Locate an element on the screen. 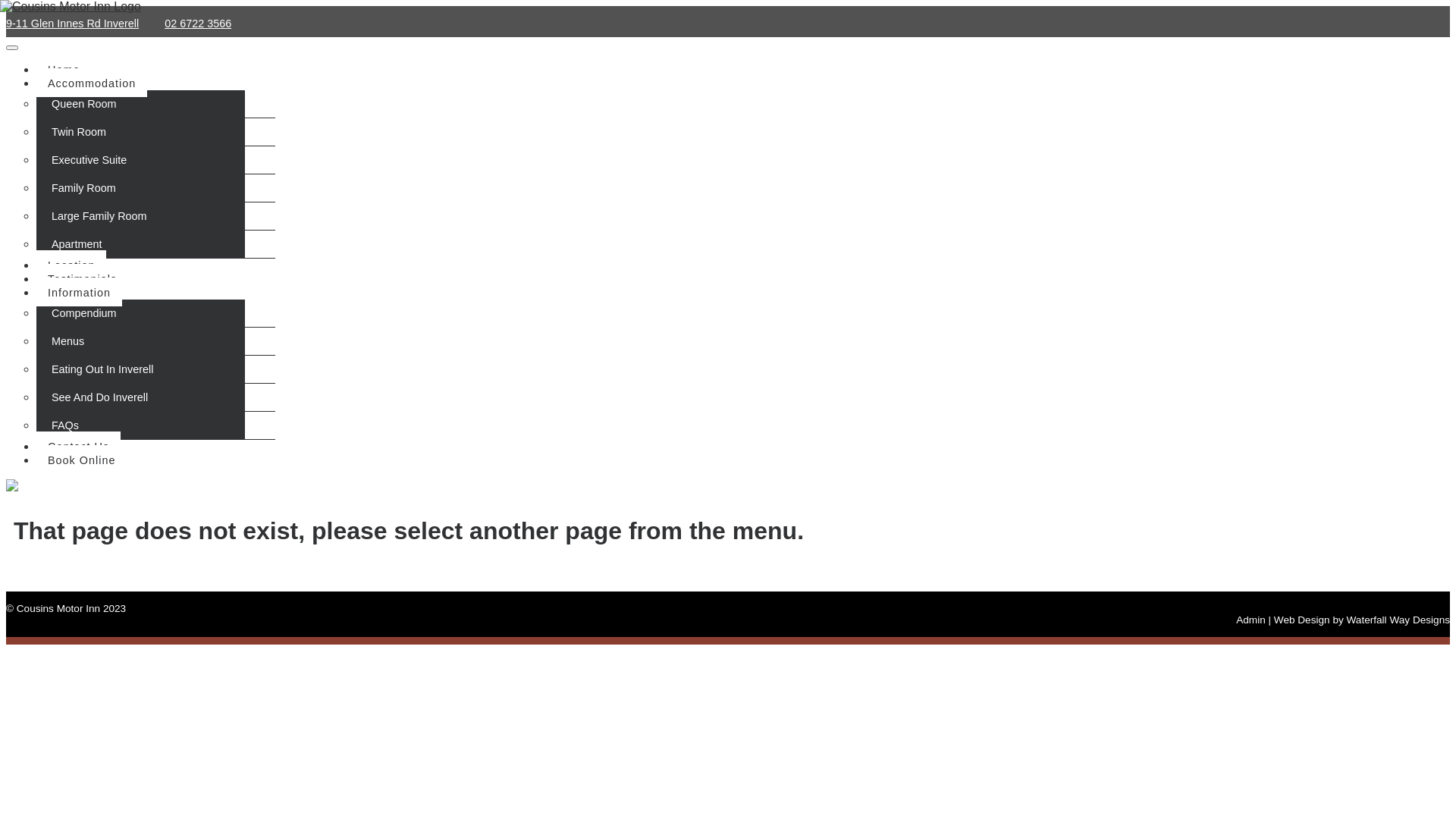  'Information' is located at coordinates (36, 292).